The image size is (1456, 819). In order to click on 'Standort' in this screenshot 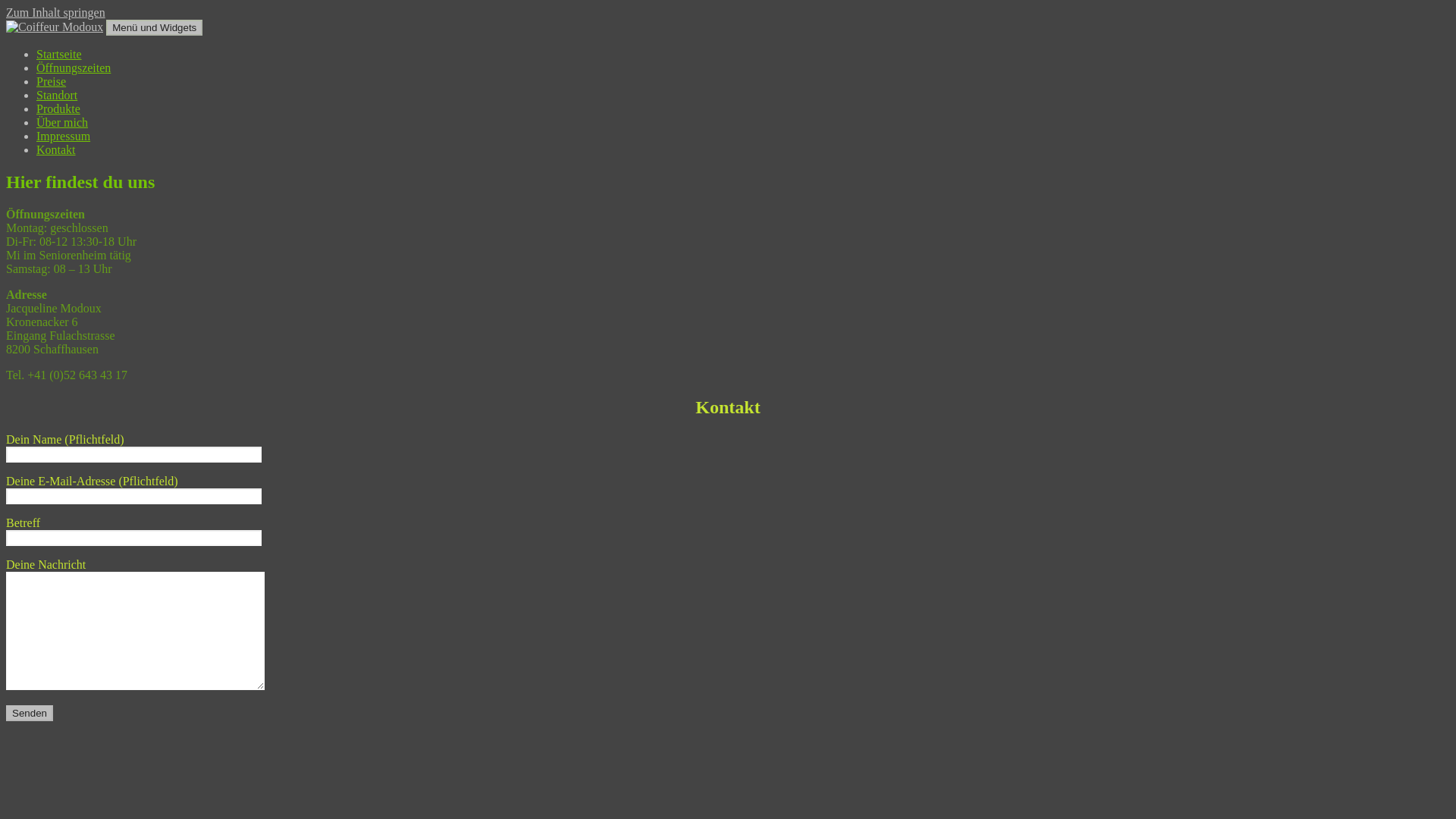, I will do `click(57, 95)`.